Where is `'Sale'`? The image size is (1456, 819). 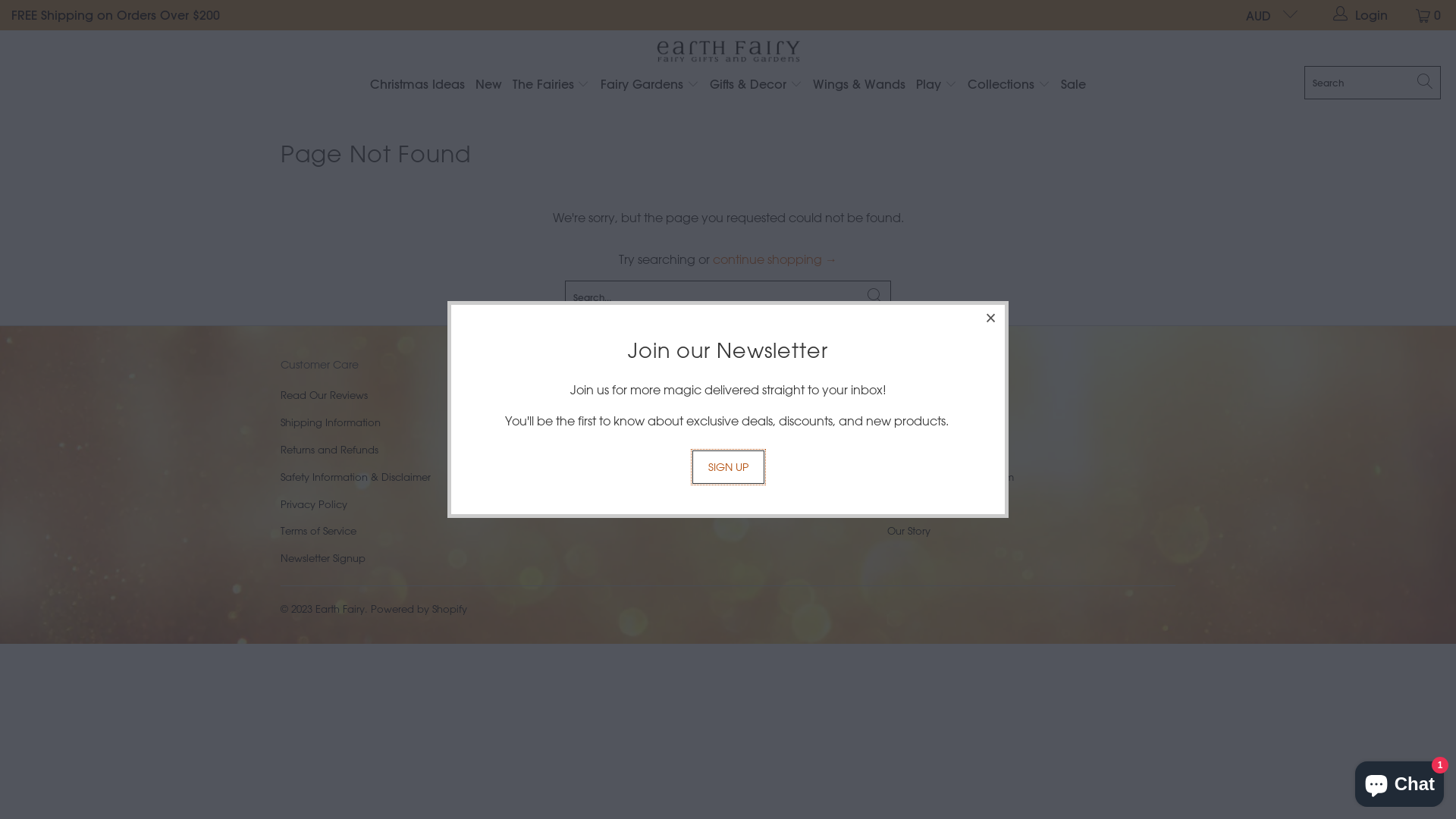 'Sale' is located at coordinates (1072, 85).